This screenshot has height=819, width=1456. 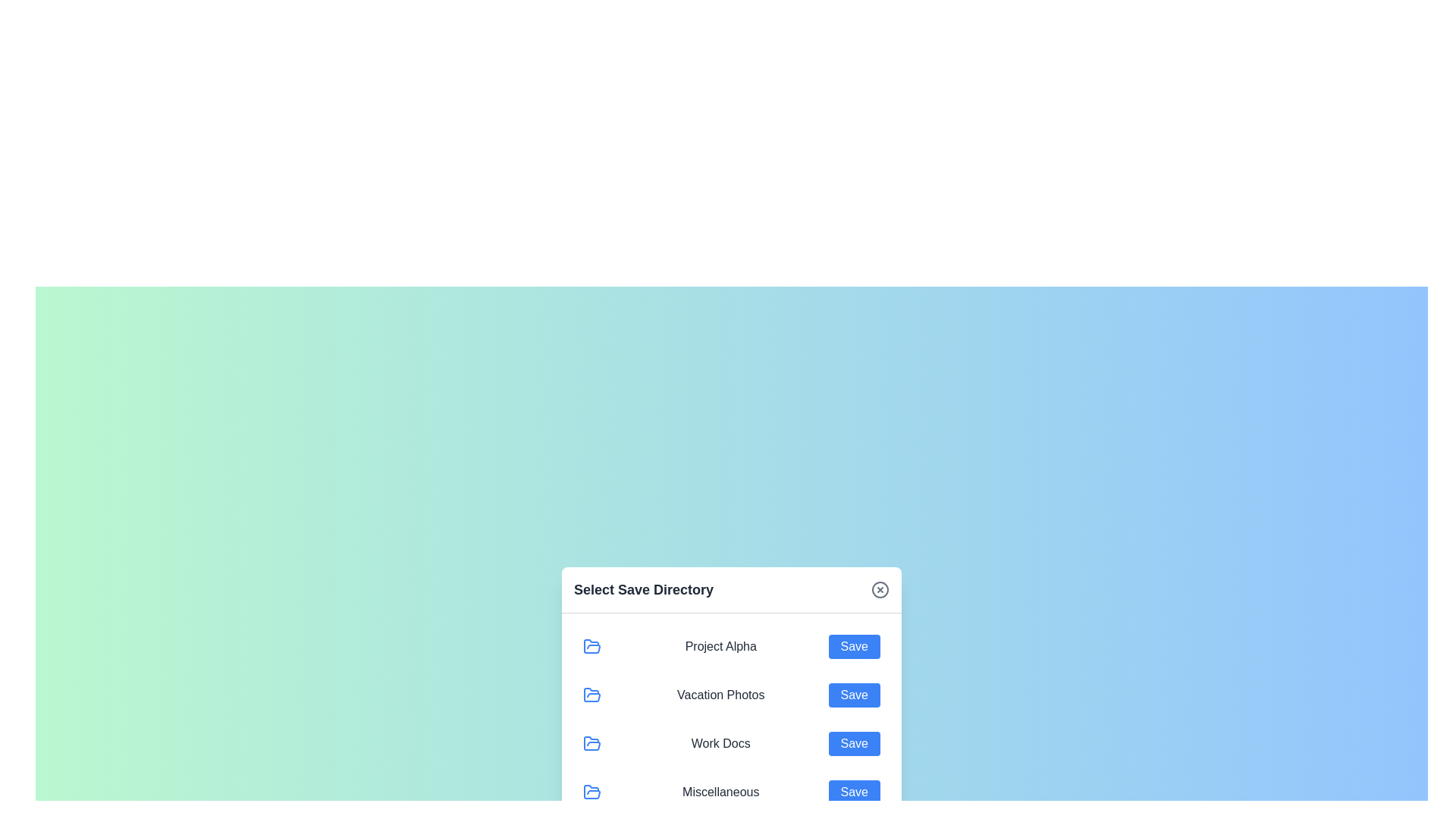 I want to click on the directory icon for Work Docs, so click(x=591, y=742).